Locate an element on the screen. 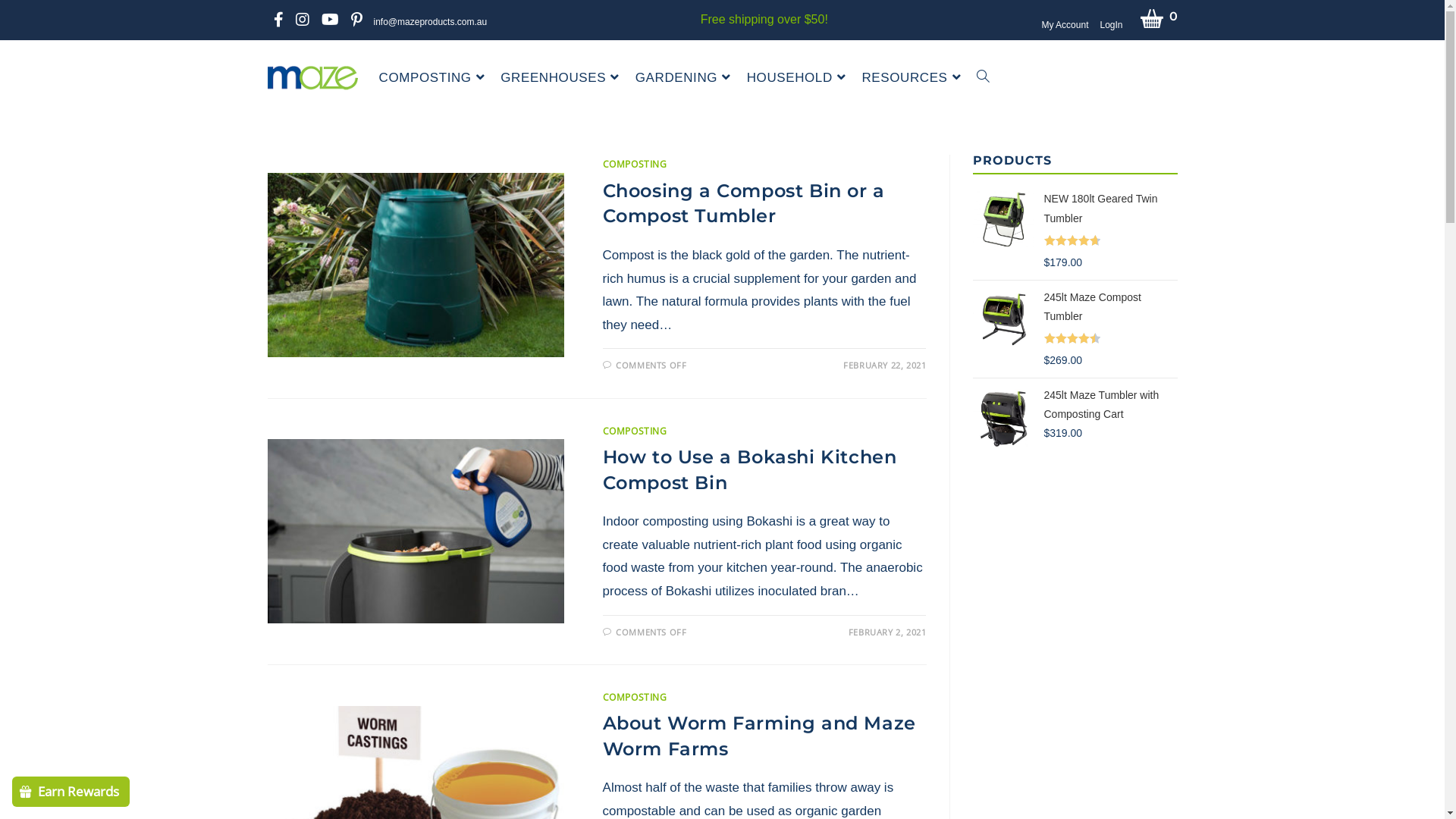 The height and width of the screenshot is (819, 1456). 'COMPOSTING' is located at coordinates (635, 697).